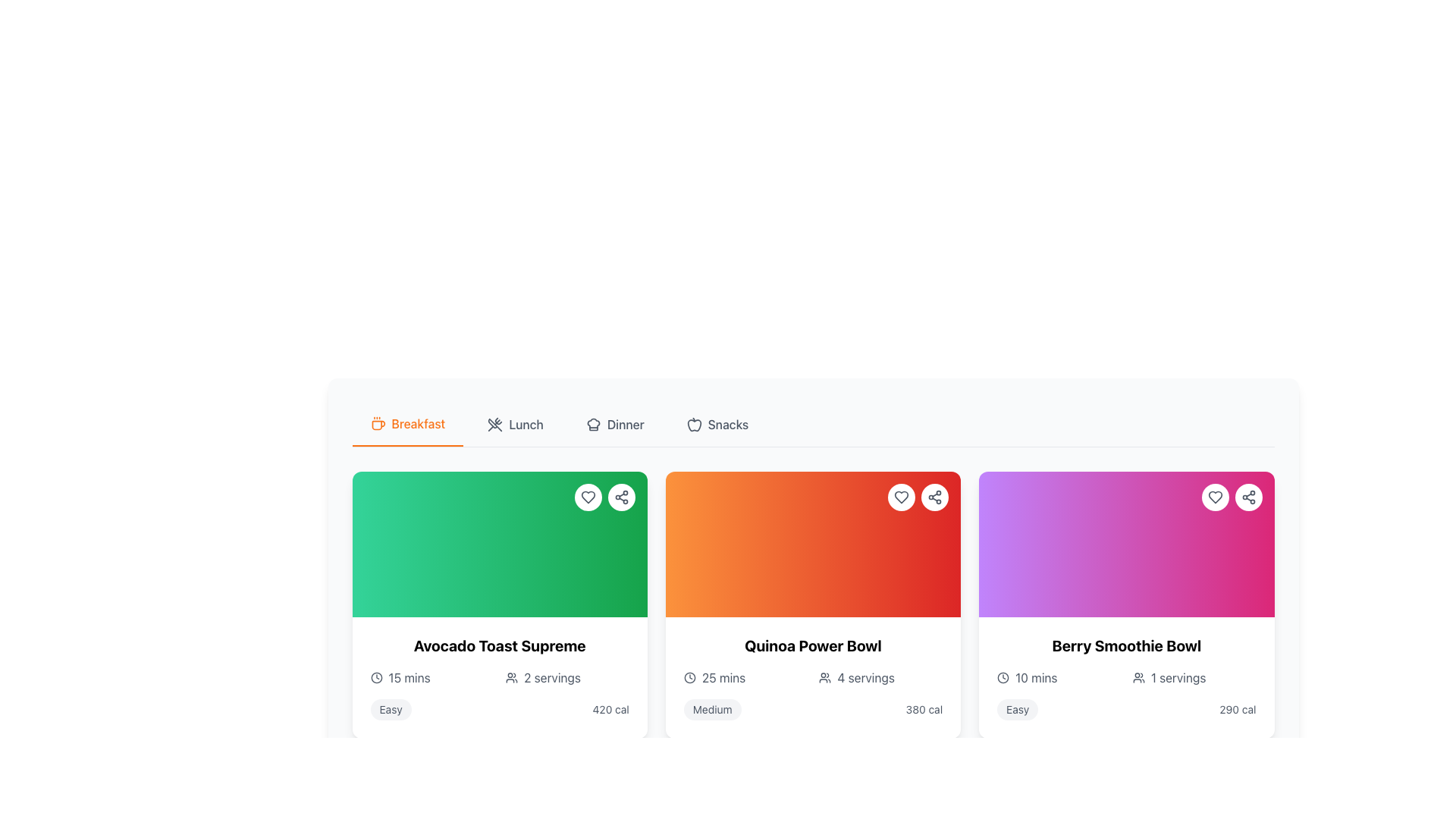 The image size is (1456, 819). I want to click on the 'Breakfast' menu option in the horizontal navigation menu, so click(812, 425).